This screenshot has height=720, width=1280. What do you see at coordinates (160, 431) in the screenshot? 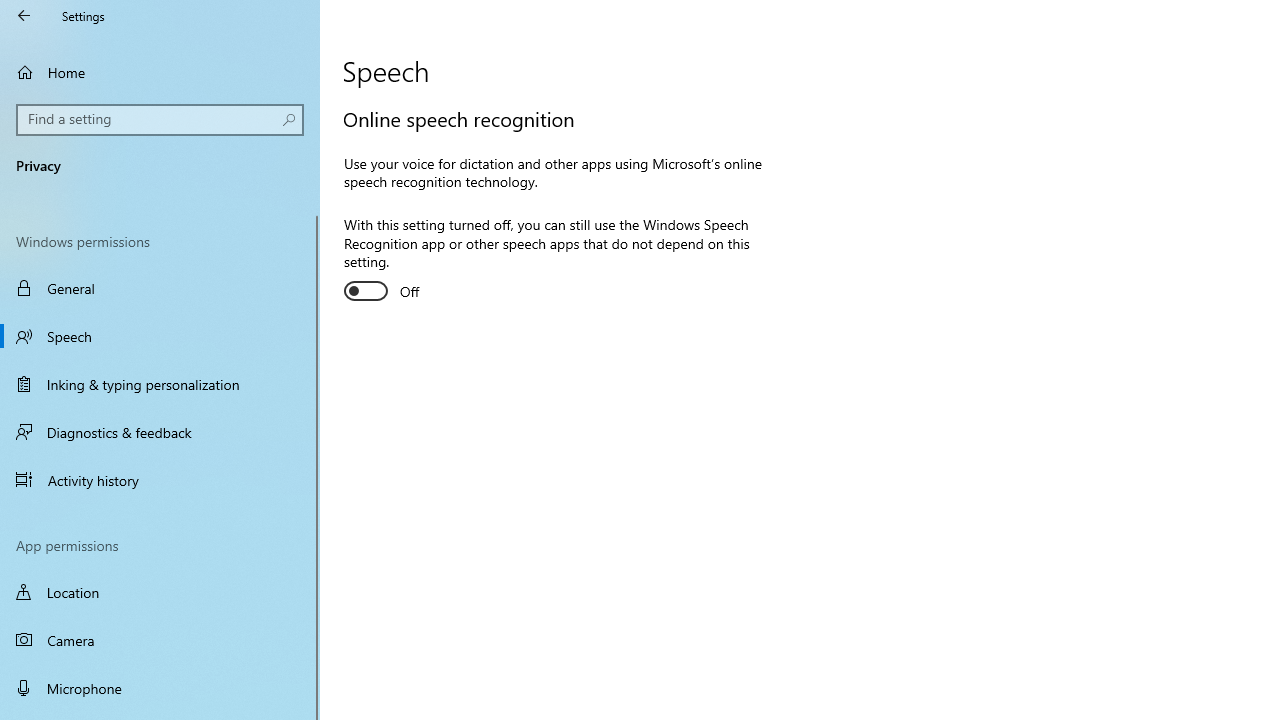
I see `'Diagnostics & feedback'` at bounding box center [160, 431].